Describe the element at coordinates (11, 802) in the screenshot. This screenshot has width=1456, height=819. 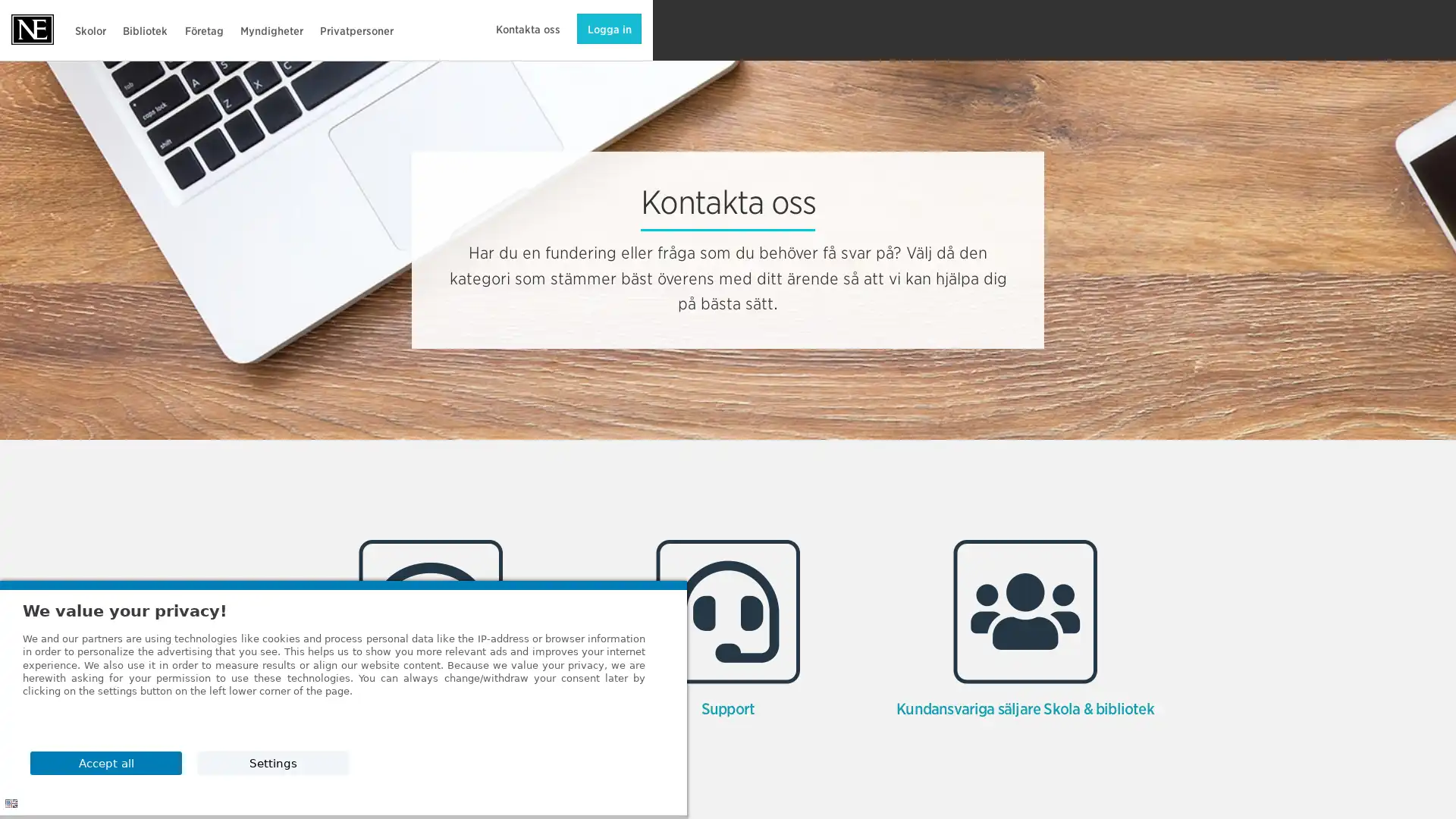
I see `Language: en` at that location.